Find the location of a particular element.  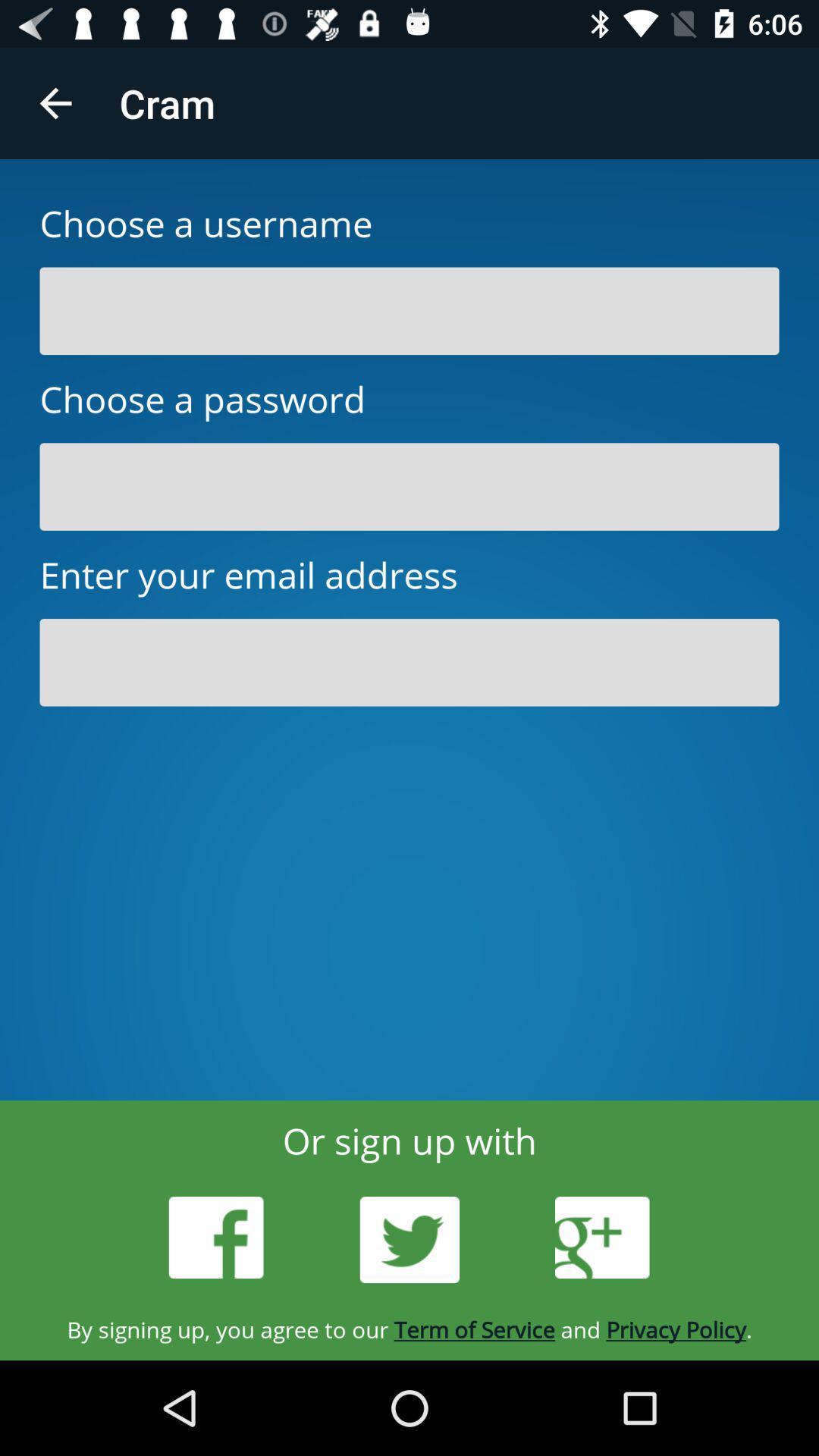

make an account is located at coordinates (409, 662).